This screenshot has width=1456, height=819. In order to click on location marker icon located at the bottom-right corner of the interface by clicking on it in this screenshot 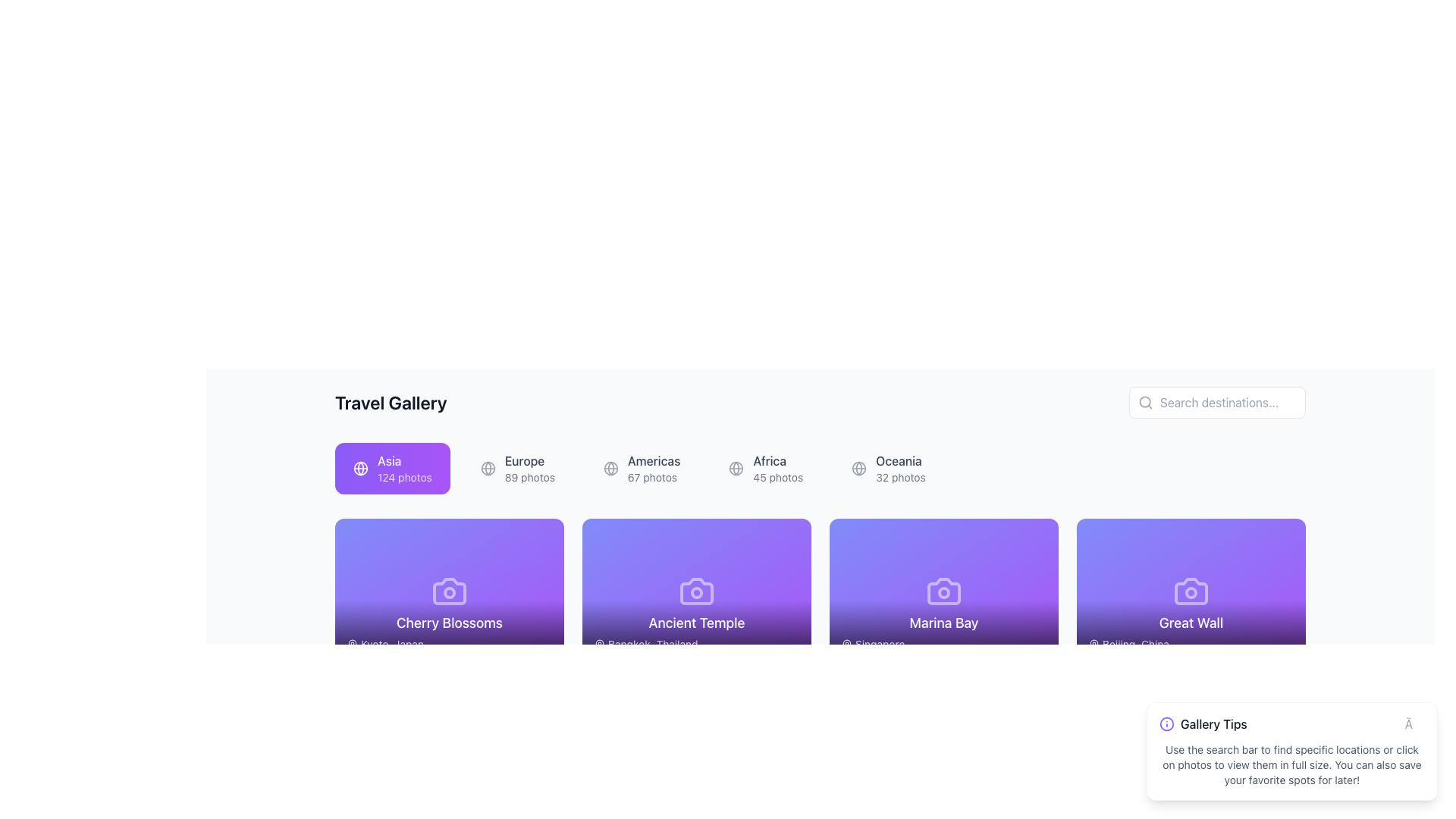, I will do `click(352, 806)`.